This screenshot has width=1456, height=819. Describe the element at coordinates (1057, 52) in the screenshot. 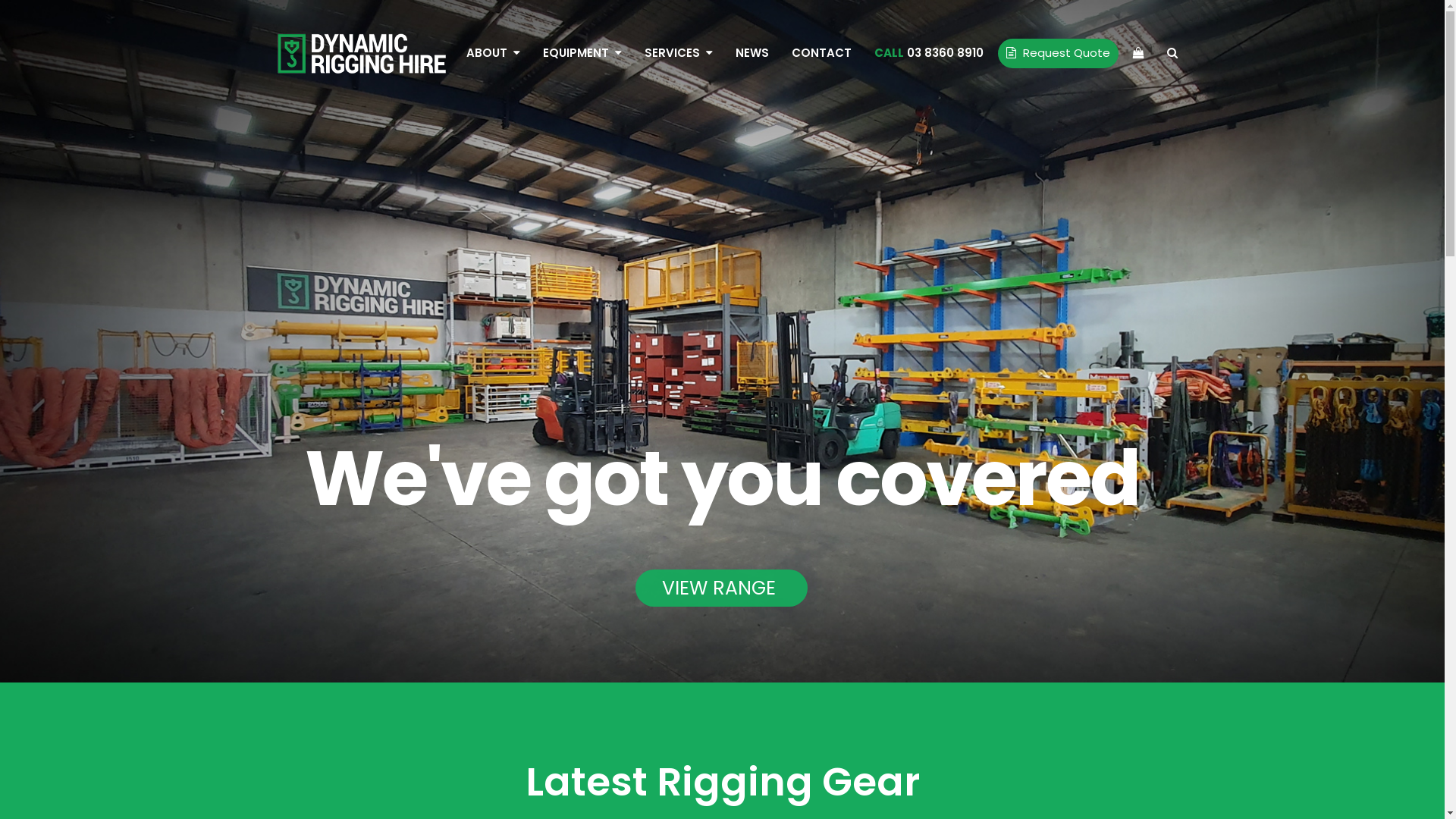

I see `'Request Quote'` at that location.